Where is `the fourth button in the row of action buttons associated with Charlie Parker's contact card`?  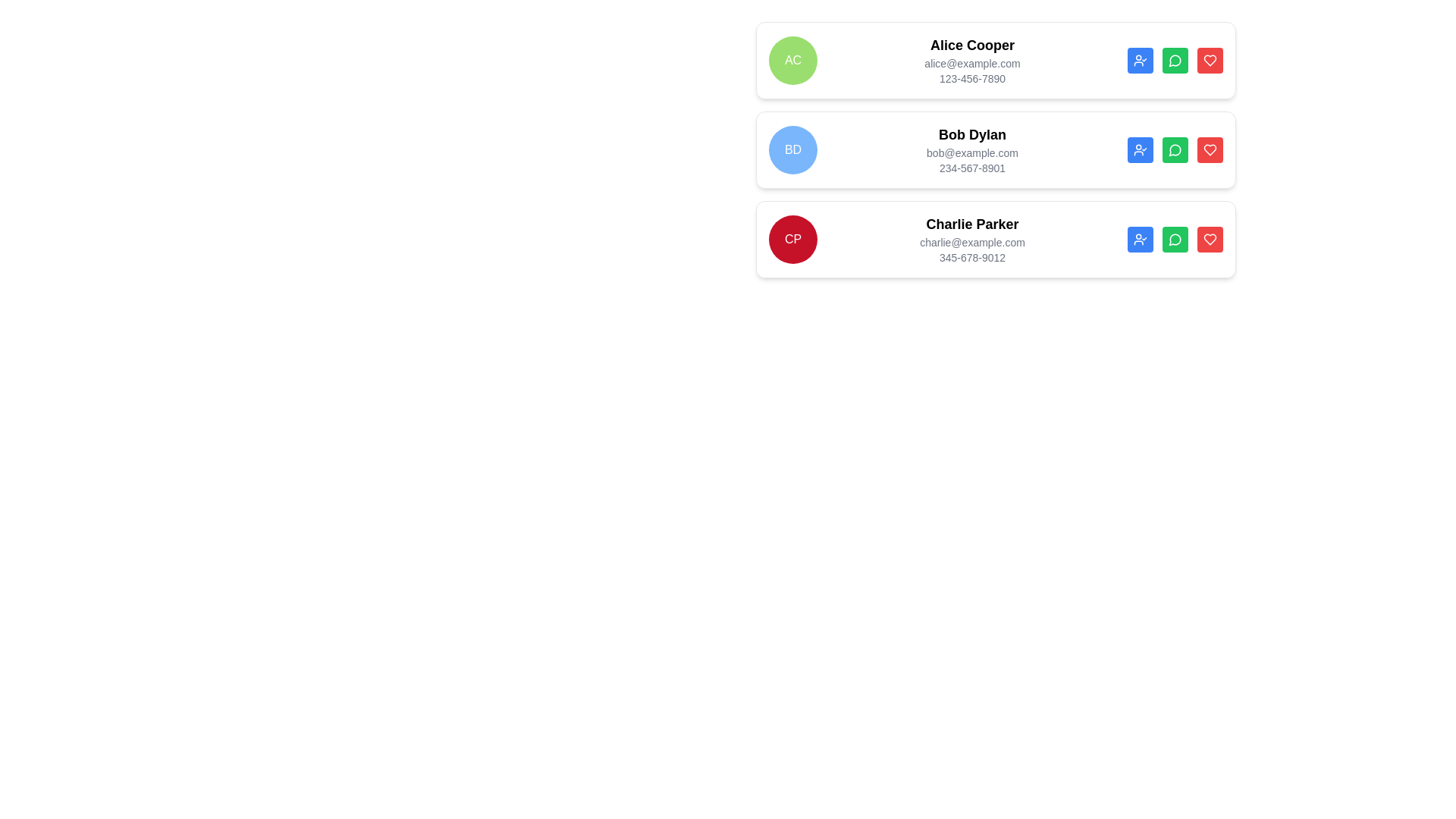
the fourth button in the row of action buttons associated with Charlie Parker's contact card is located at coordinates (1210, 60).